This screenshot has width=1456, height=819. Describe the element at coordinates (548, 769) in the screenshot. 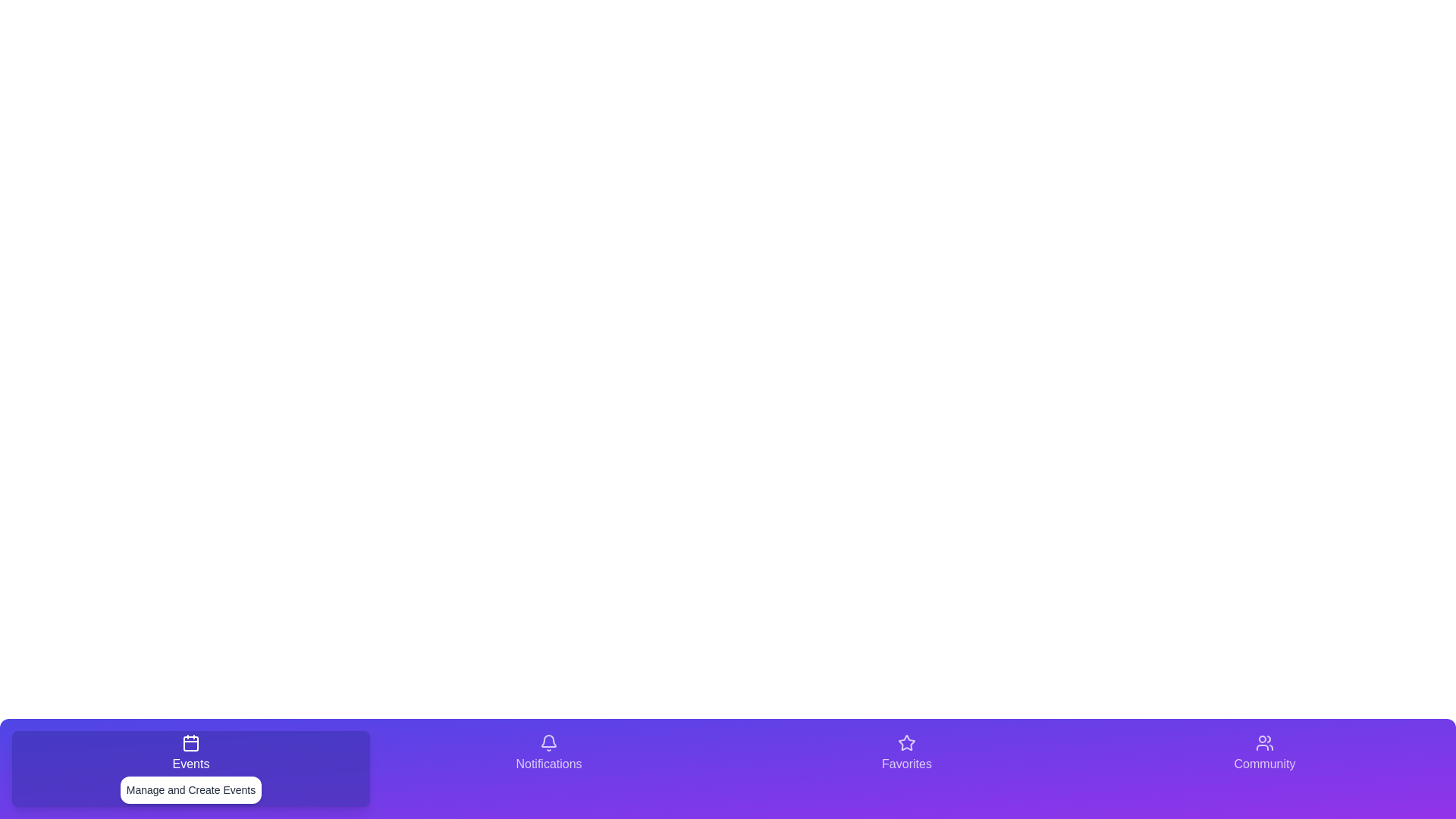

I see `the tab corresponding to Notifications` at that location.